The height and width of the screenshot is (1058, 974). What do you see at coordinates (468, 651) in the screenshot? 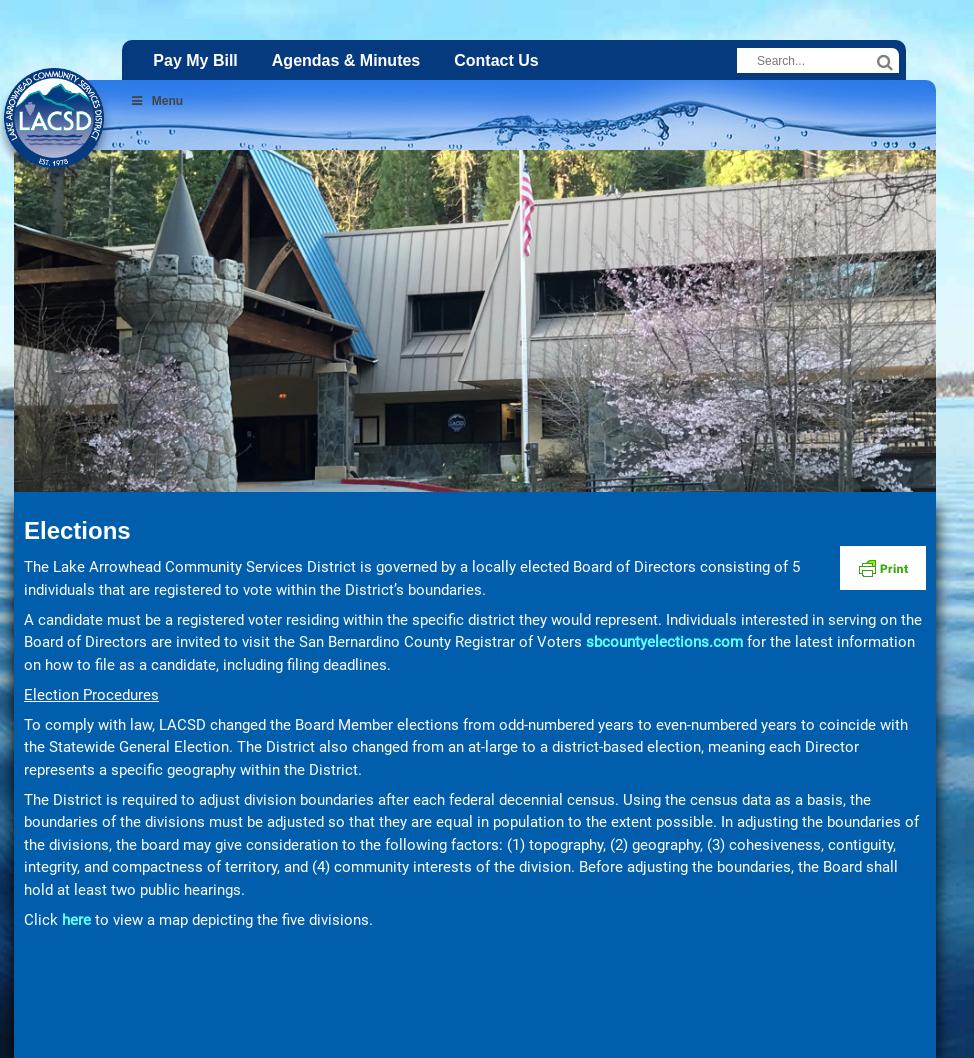
I see `'for the latest information on how to file as a candidate, including filing deadlines.'` at bounding box center [468, 651].